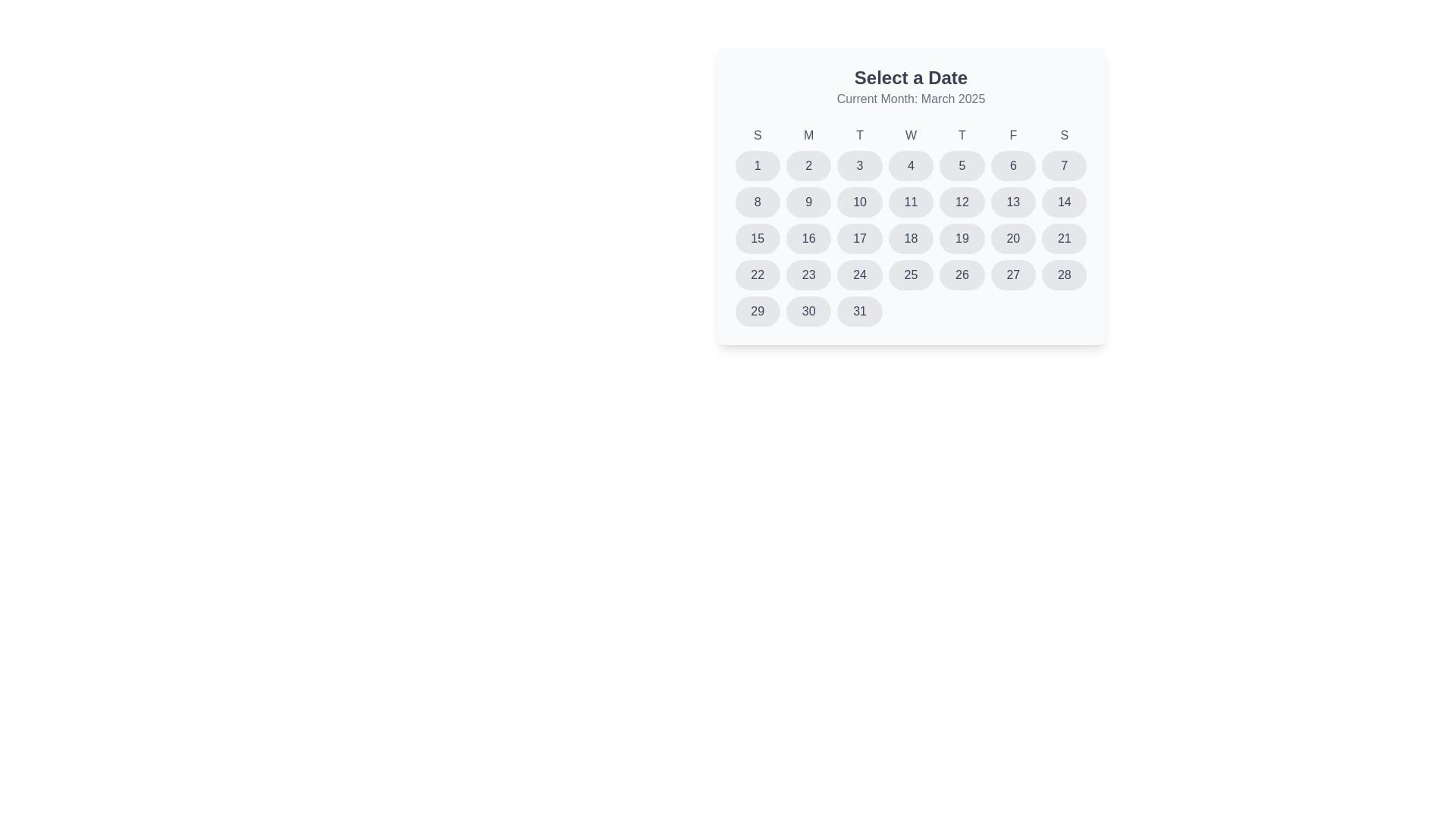 This screenshot has width=1456, height=819. What do you see at coordinates (910, 78) in the screenshot?
I see `the text heading element at the top of the calendar interface, which provides contextual information about the calendar` at bounding box center [910, 78].